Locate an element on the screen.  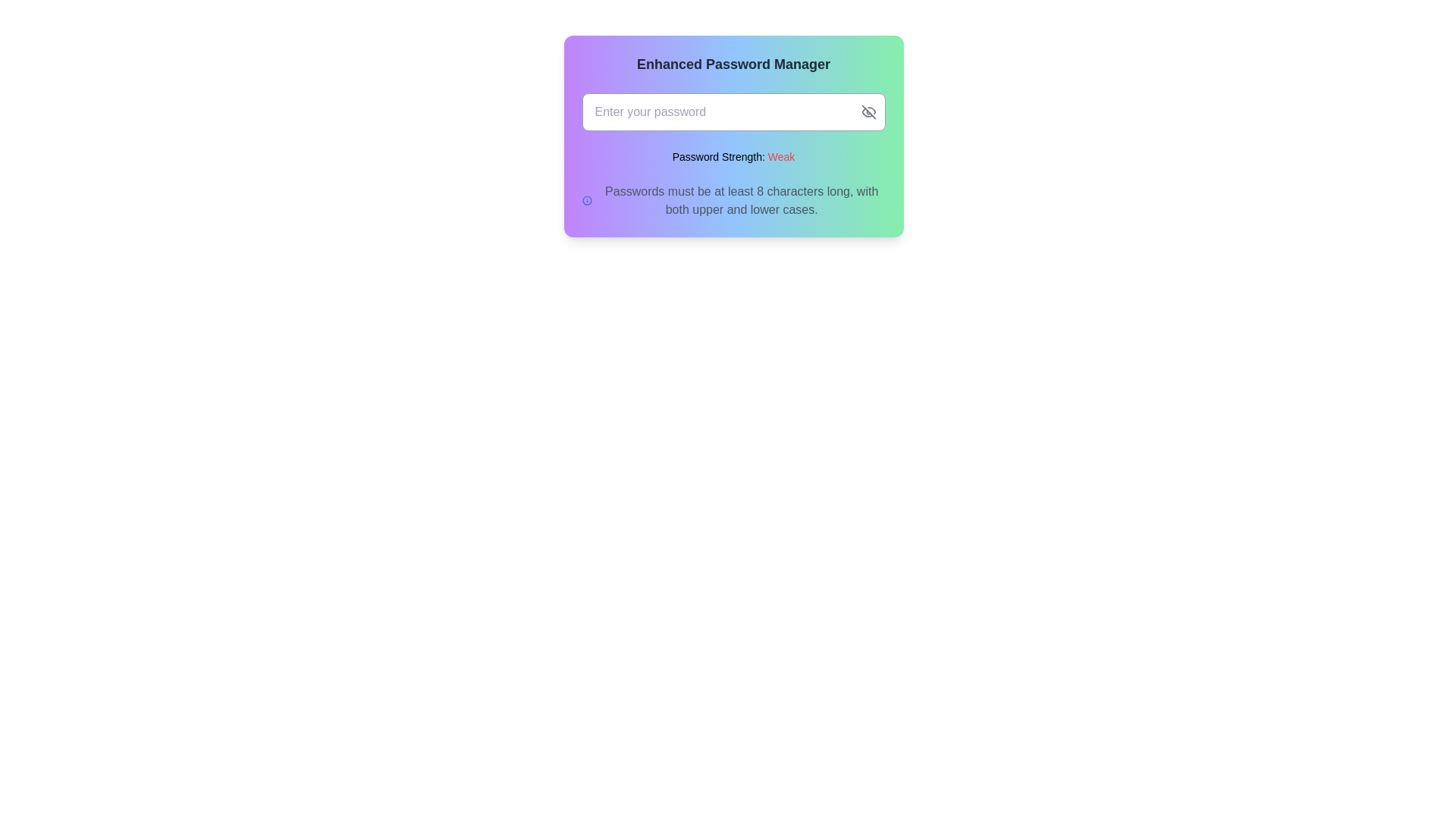
the toggle button for password visibility located at the far right end of the password input field within the 'Enhanced Password Manager' card to switch between showing and hiding the entered password is located at coordinates (868, 111).